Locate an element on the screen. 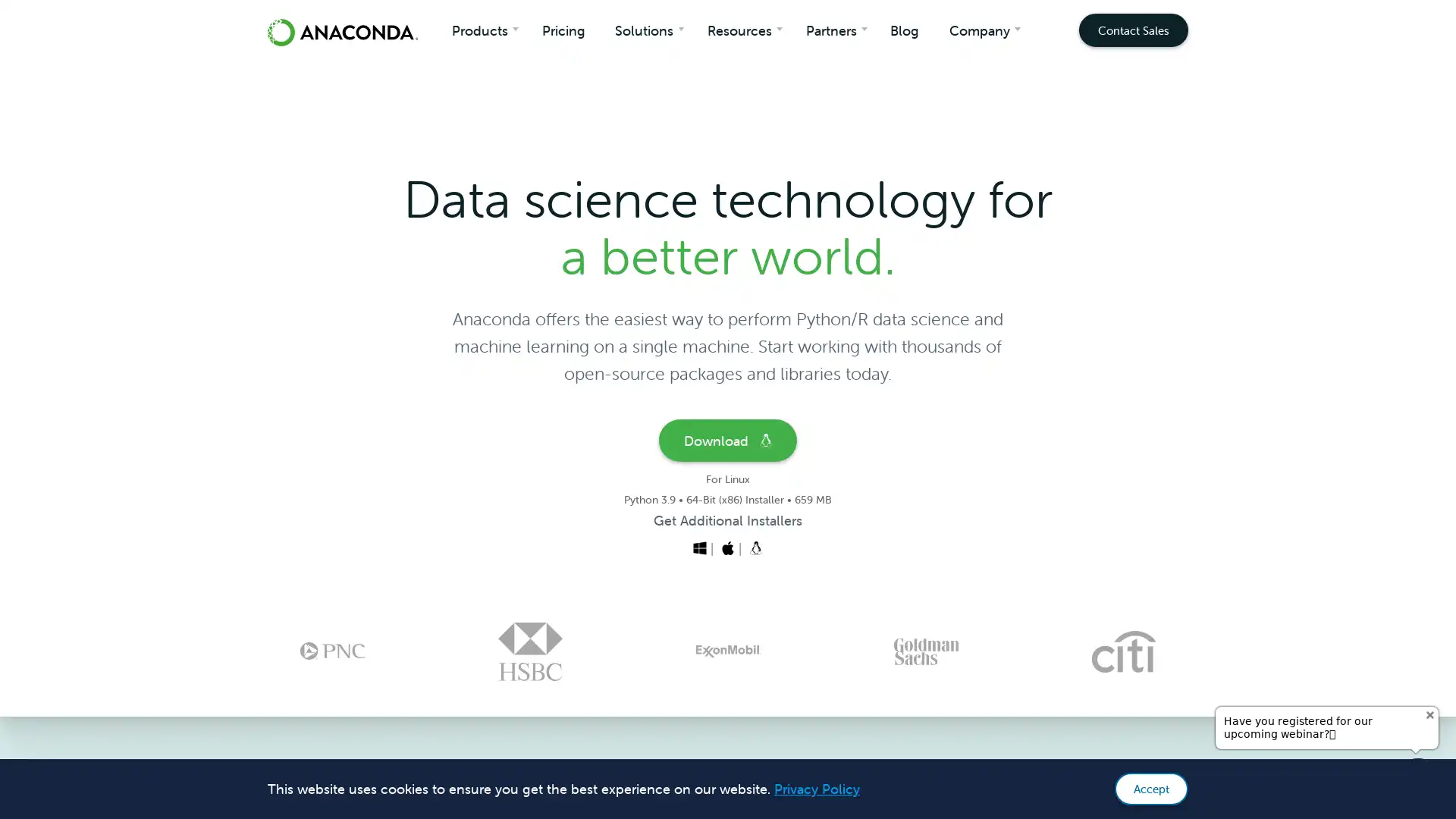 The height and width of the screenshot is (819, 1456). learn more about cookies is located at coordinates (816, 787).